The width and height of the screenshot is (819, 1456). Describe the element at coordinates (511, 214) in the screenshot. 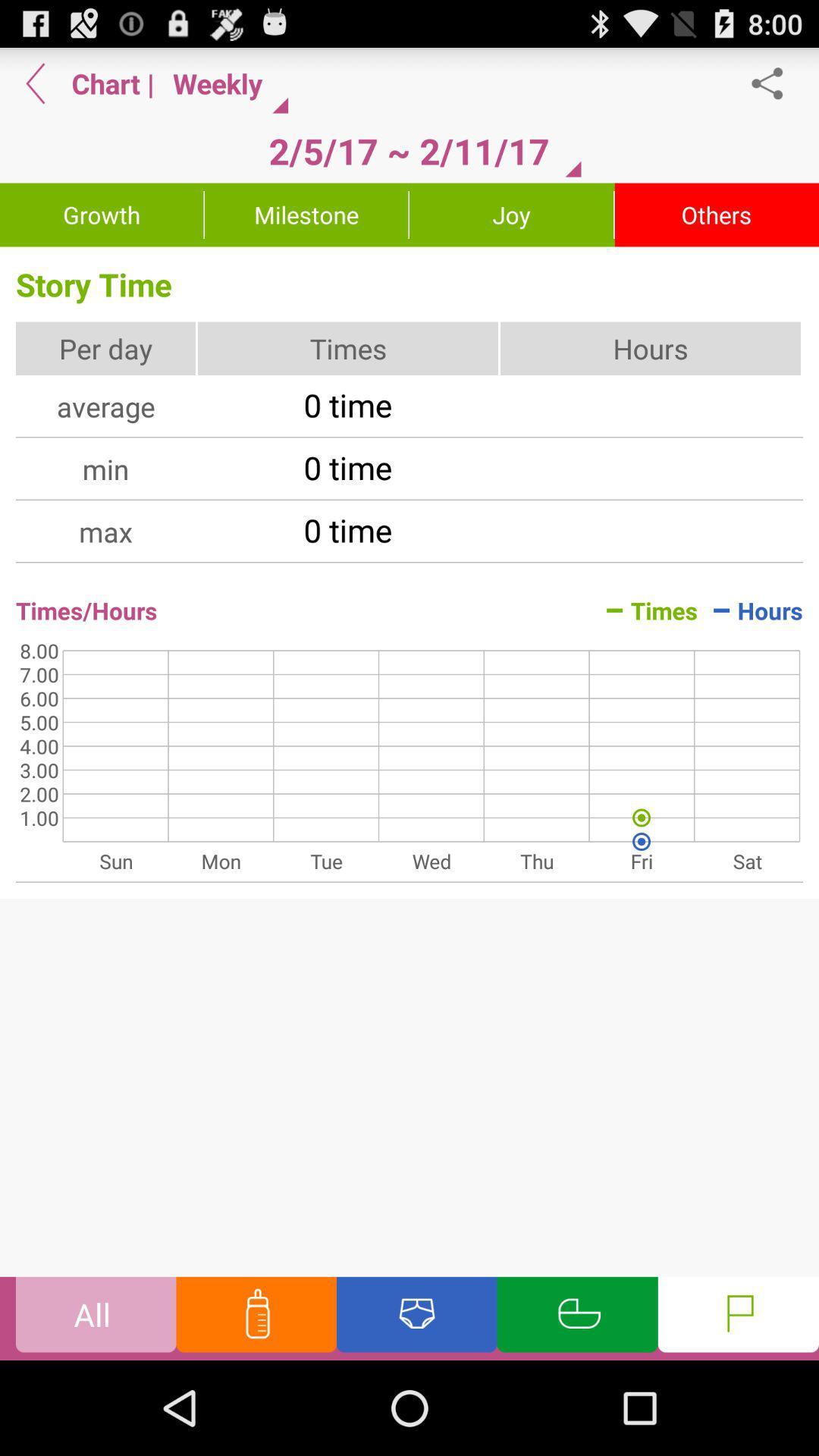

I see `the joy button` at that location.